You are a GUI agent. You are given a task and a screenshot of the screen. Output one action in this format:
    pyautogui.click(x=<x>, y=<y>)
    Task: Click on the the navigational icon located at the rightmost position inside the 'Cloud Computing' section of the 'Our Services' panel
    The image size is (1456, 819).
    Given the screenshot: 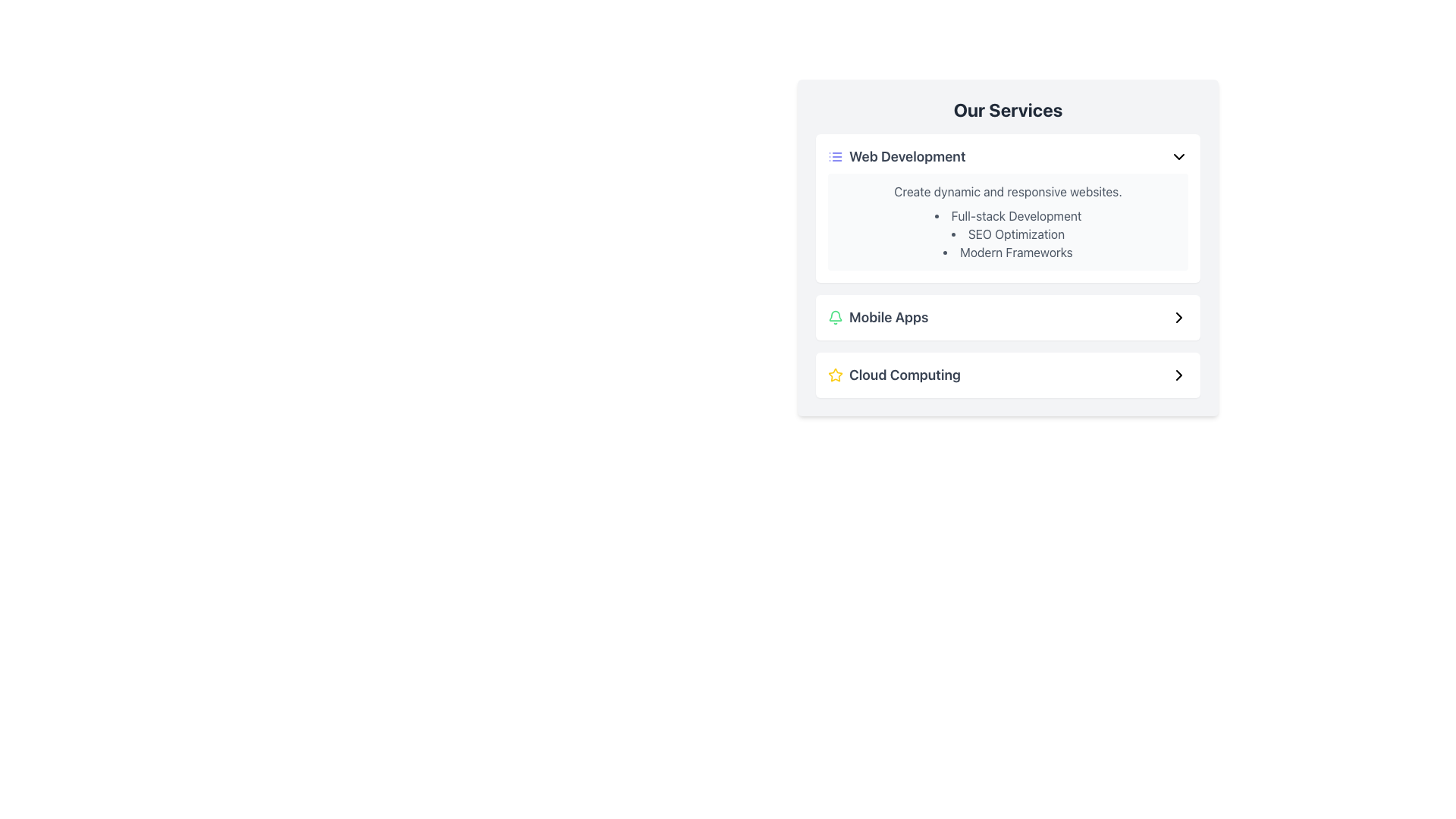 What is the action you would take?
    pyautogui.click(x=1178, y=375)
    